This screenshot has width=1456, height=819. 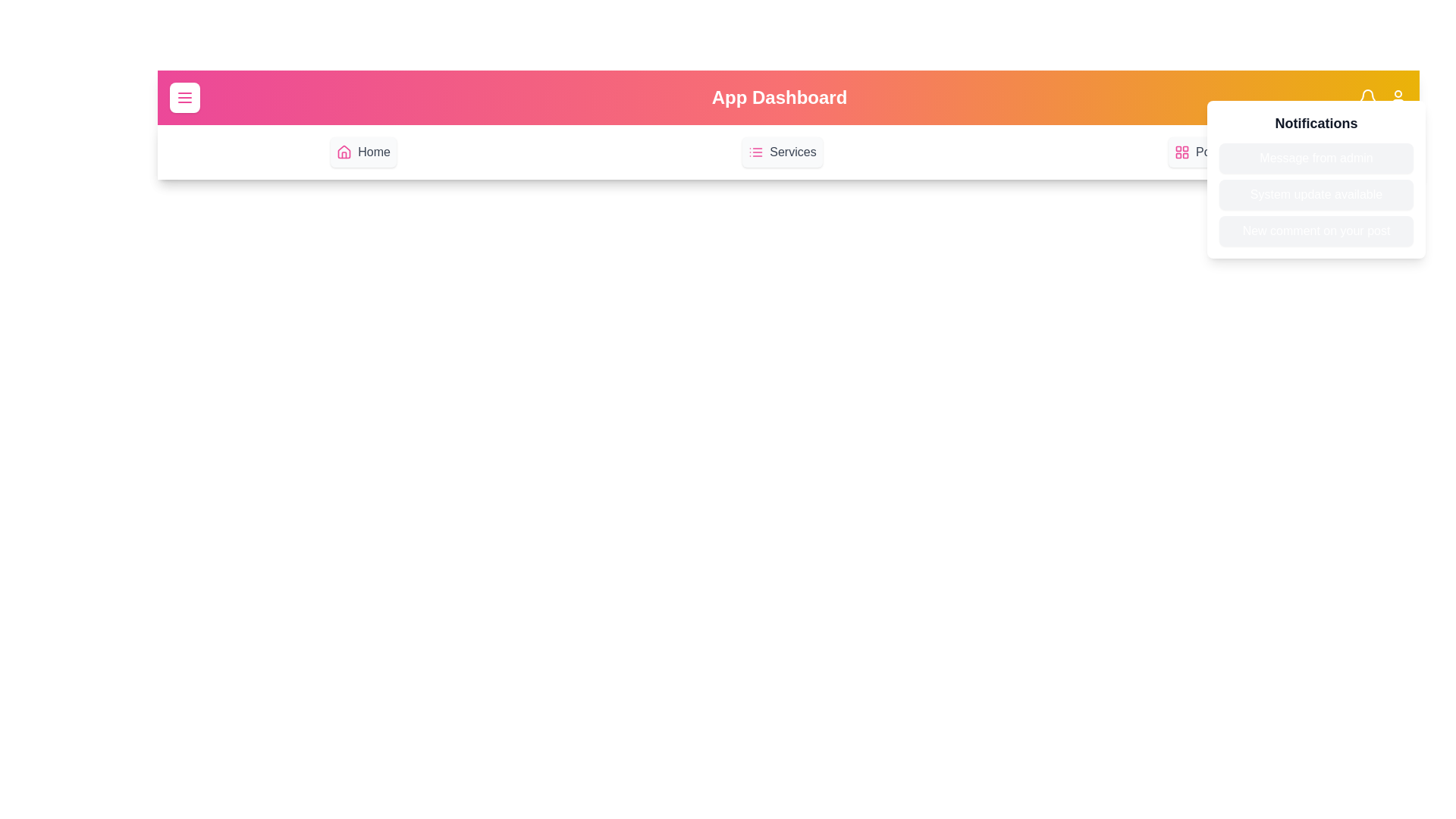 What do you see at coordinates (184, 97) in the screenshot?
I see `the menu button to toggle the menu visibility` at bounding box center [184, 97].